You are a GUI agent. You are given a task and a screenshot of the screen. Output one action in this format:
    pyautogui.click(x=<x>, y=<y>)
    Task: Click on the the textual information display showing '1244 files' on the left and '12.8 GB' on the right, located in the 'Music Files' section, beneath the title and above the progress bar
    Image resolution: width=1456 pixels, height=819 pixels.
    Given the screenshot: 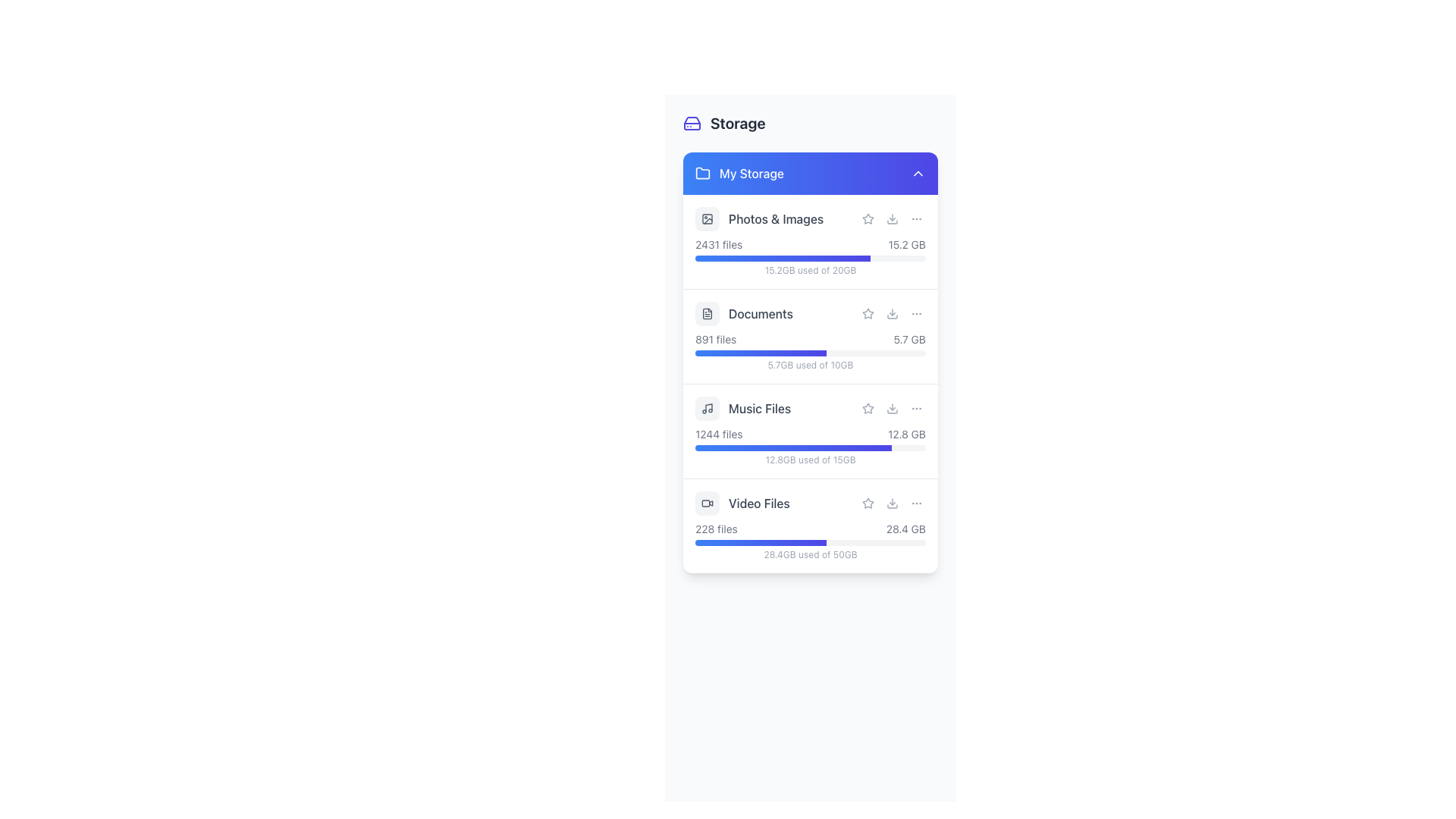 What is the action you would take?
    pyautogui.click(x=810, y=435)
    